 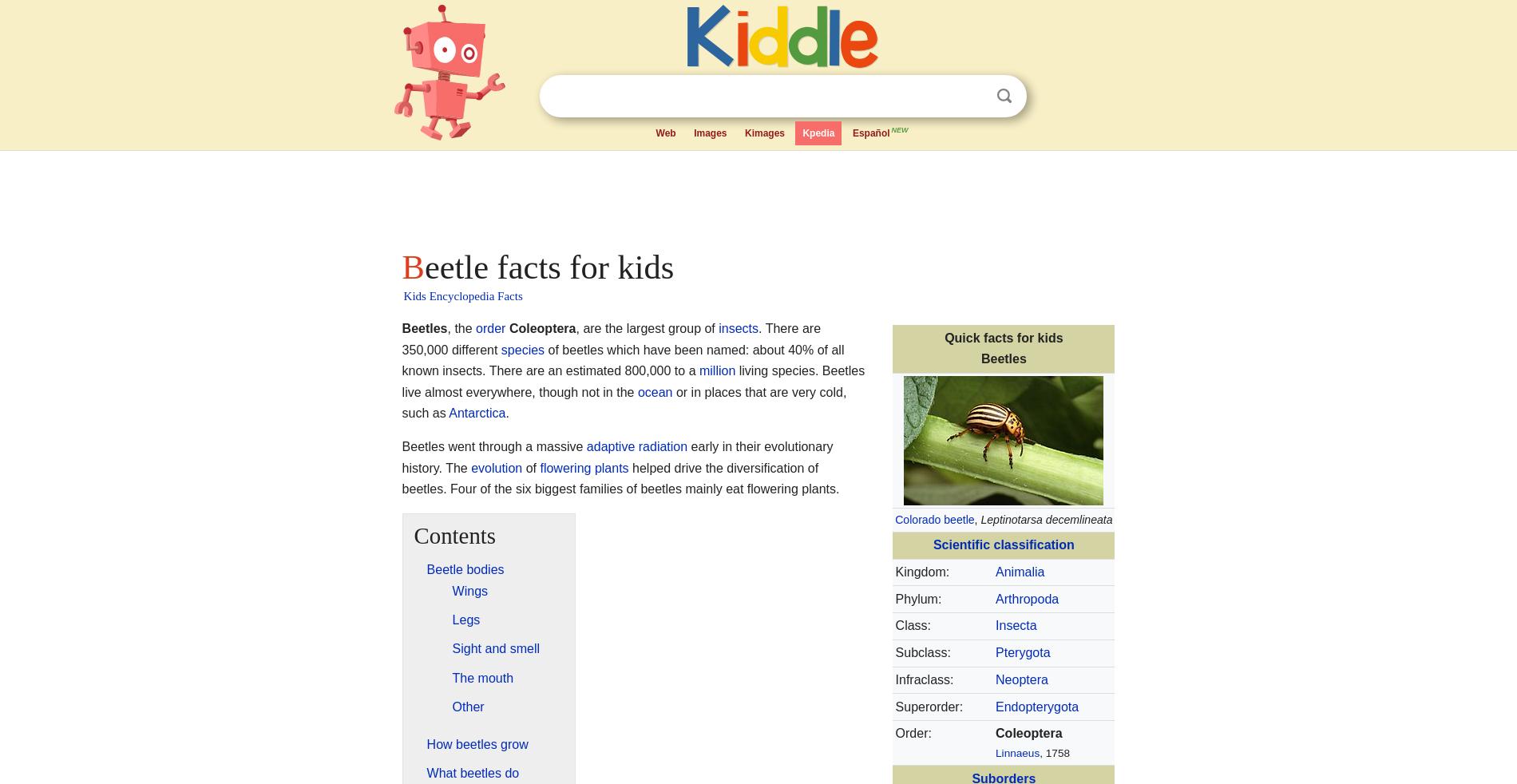 I want to click on 'Scientific classification', so click(x=1002, y=544).